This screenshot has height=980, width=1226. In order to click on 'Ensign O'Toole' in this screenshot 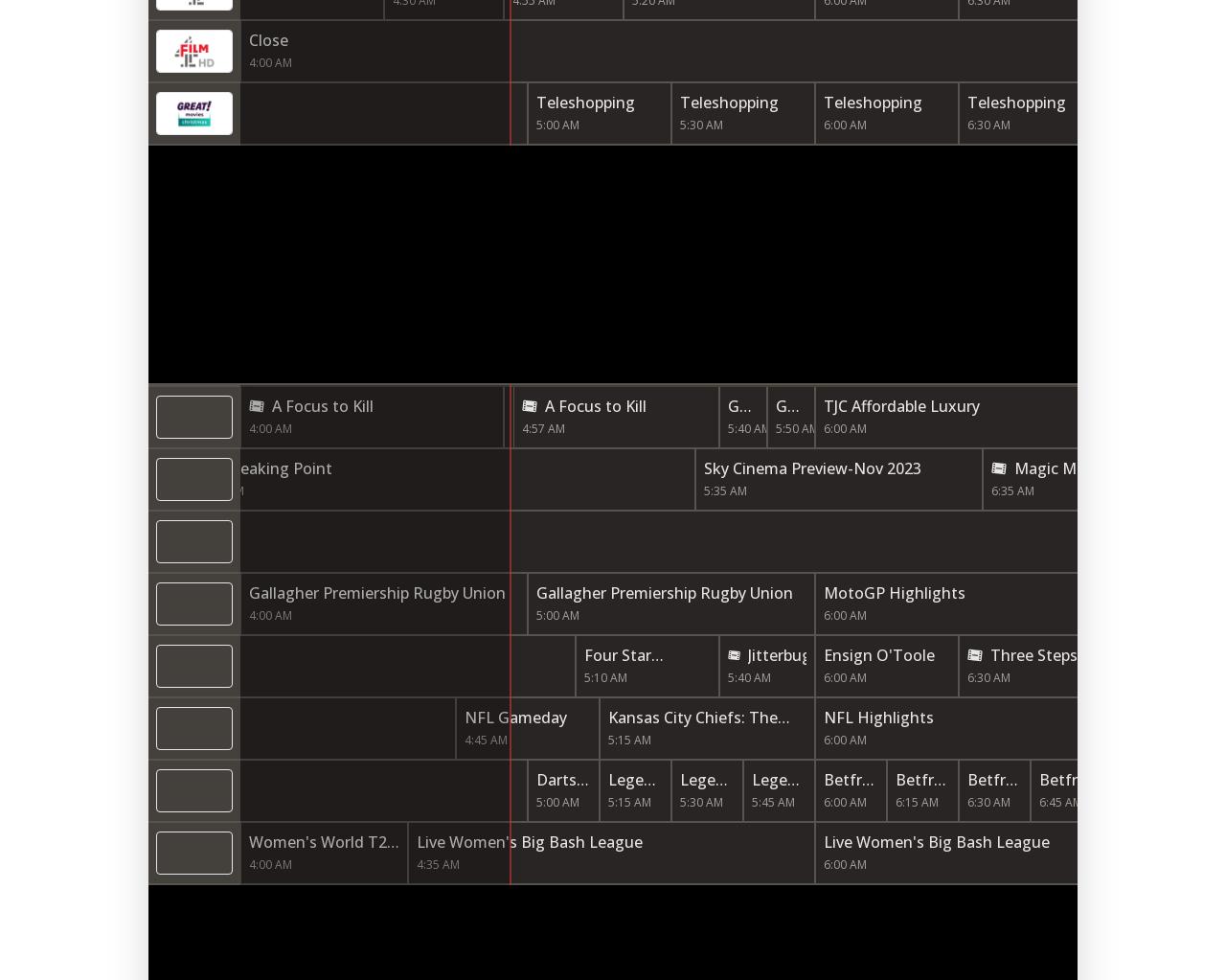, I will do `click(878, 653)`.